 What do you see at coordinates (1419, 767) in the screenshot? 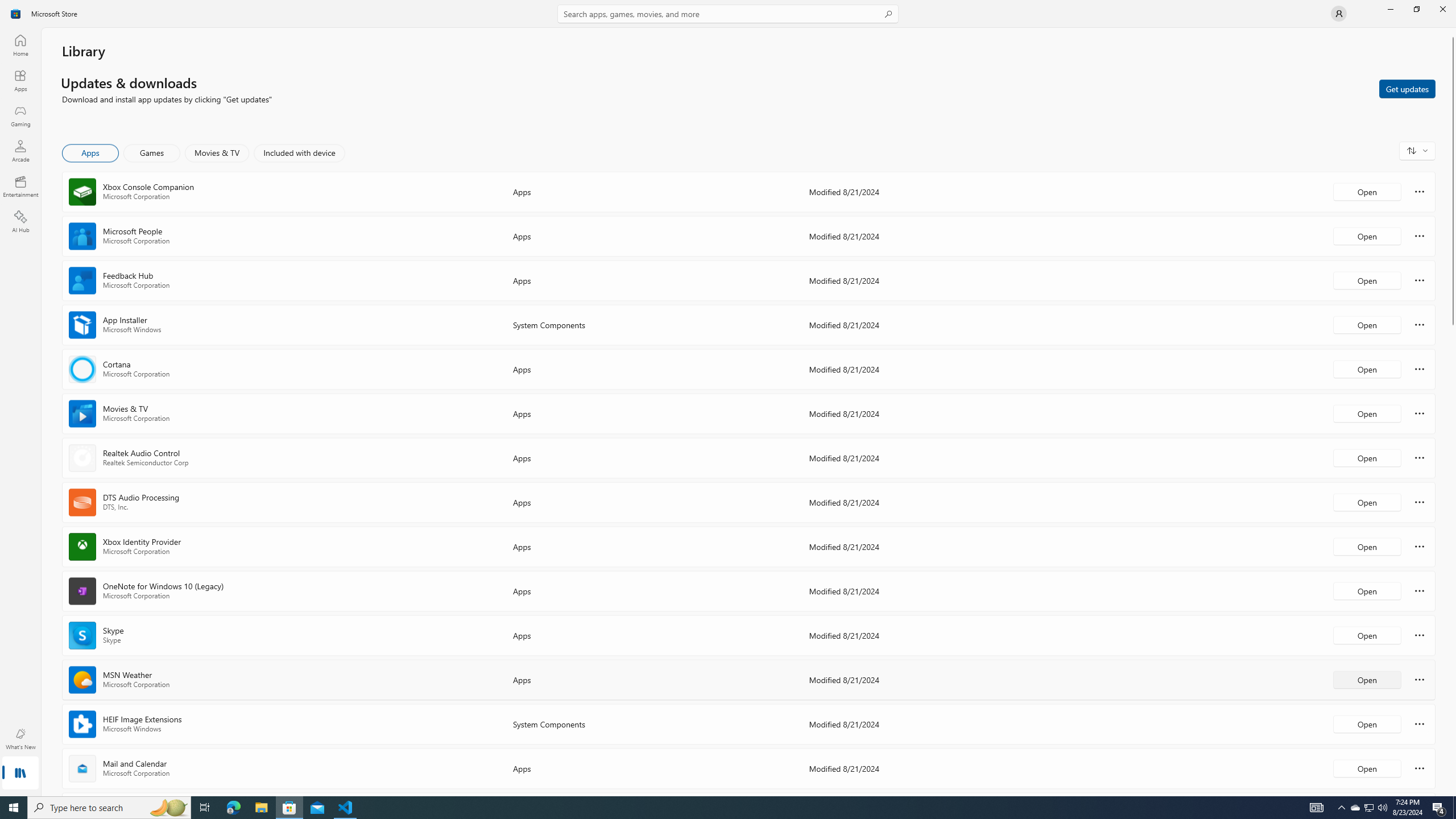
I see `'More options'` at bounding box center [1419, 767].